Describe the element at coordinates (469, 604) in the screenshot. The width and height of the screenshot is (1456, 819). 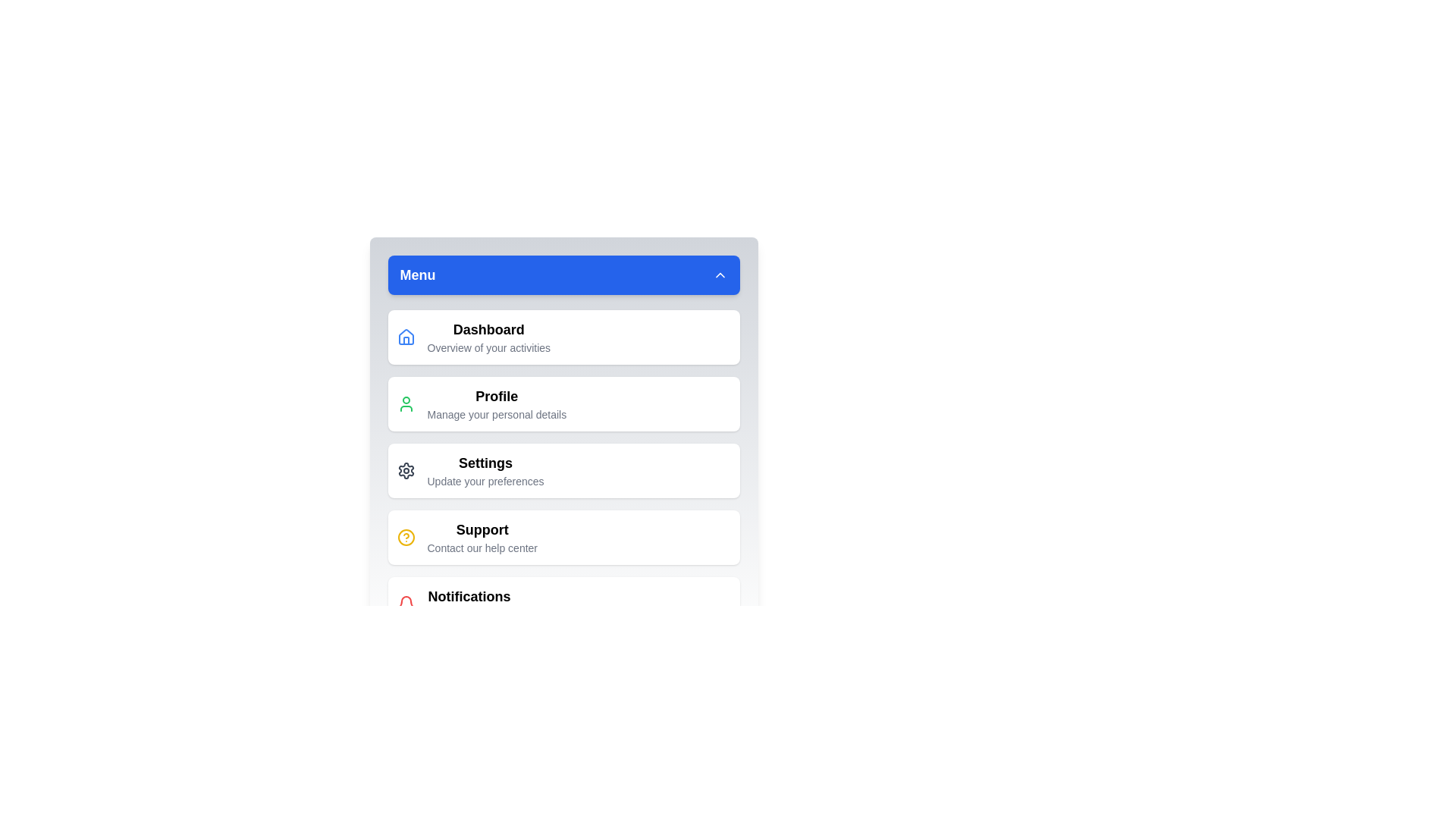
I see `informational text element labeled 'NotificationsView recent alerts' located under the 'Support' item in the menu structure` at that location.